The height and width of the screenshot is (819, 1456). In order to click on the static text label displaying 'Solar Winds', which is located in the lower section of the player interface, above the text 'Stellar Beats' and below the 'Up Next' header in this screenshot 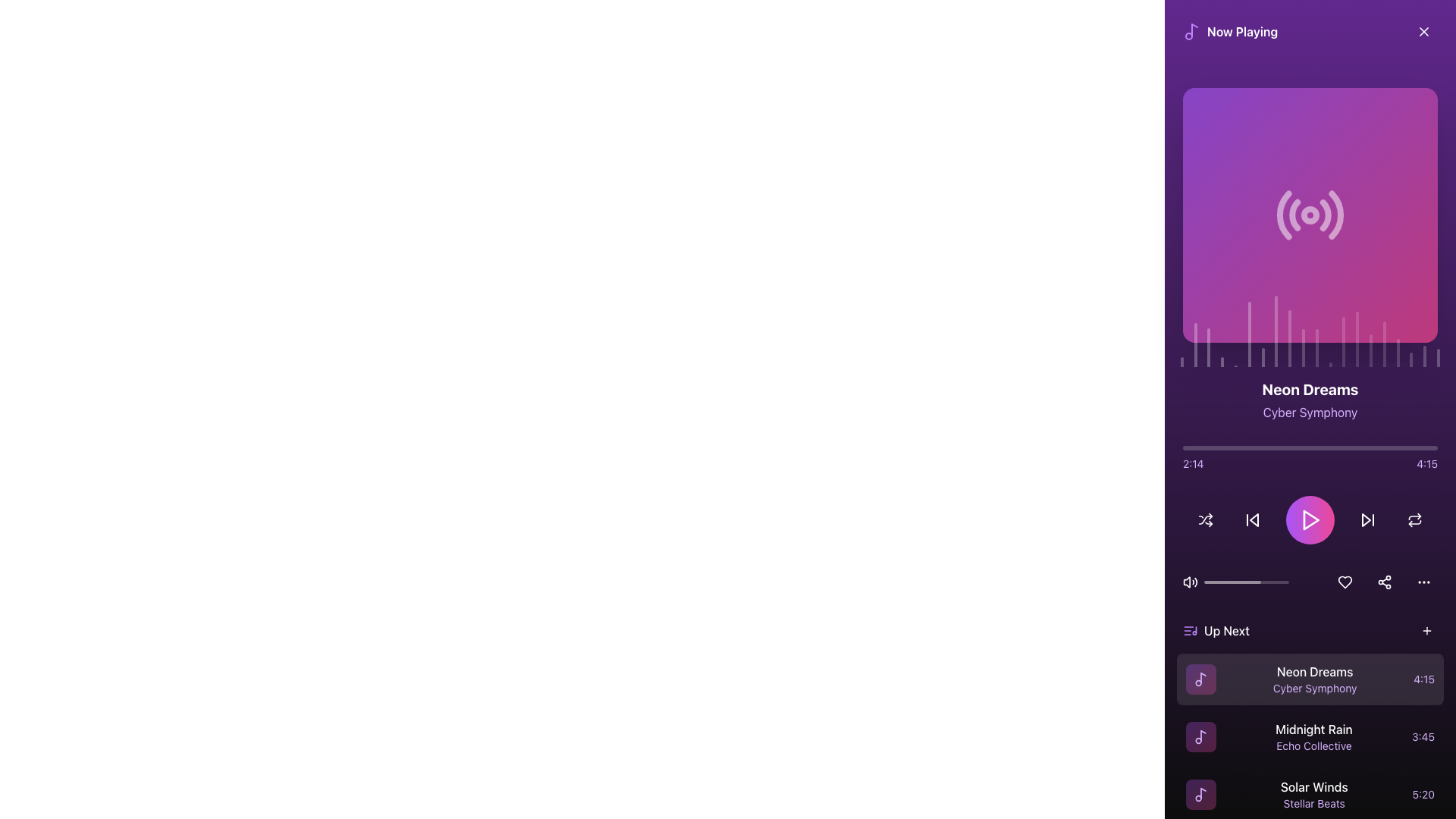, I will do `click(1313, 786)`.